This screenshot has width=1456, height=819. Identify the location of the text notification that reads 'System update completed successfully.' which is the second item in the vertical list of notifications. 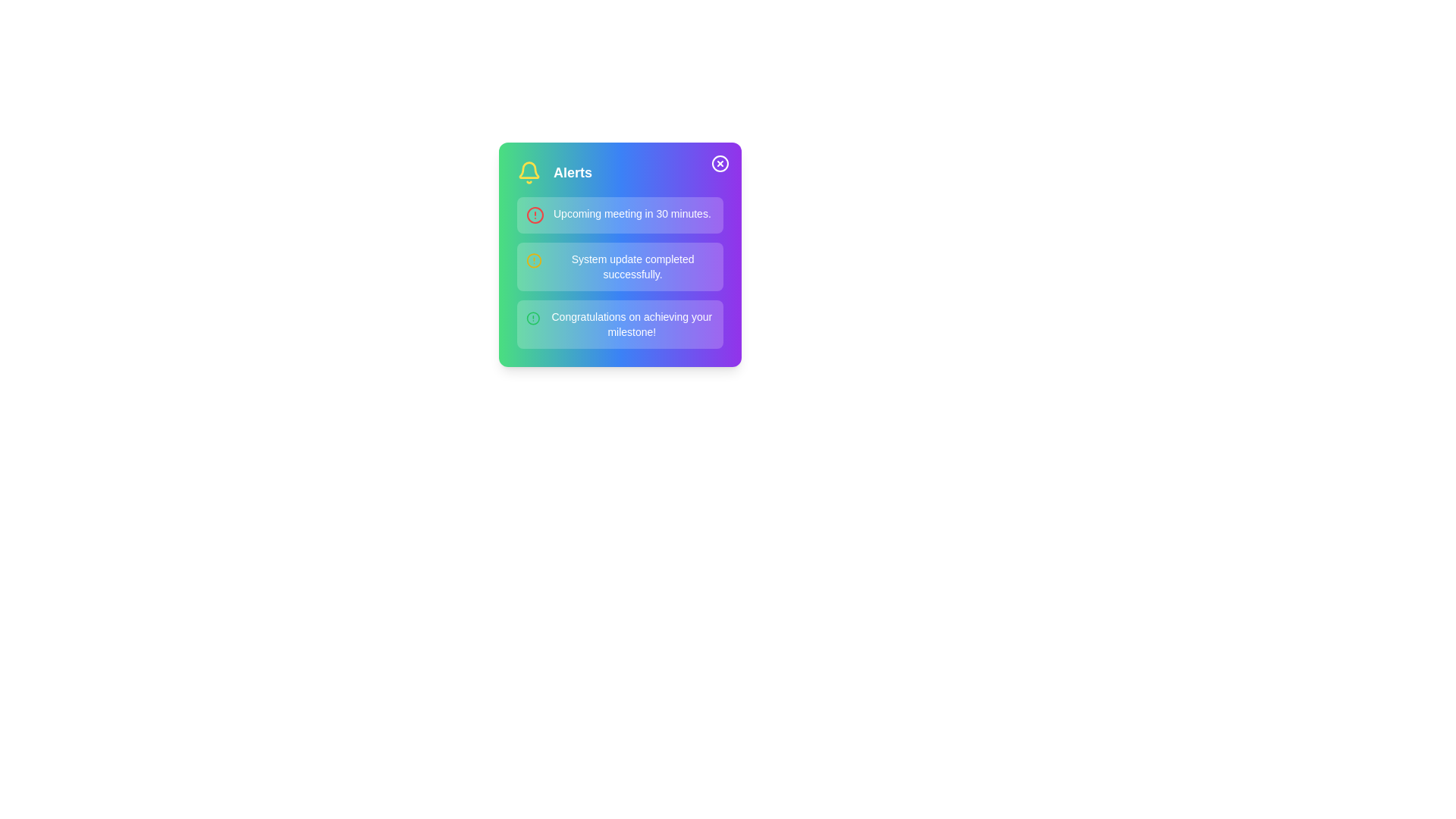
(620, 265).